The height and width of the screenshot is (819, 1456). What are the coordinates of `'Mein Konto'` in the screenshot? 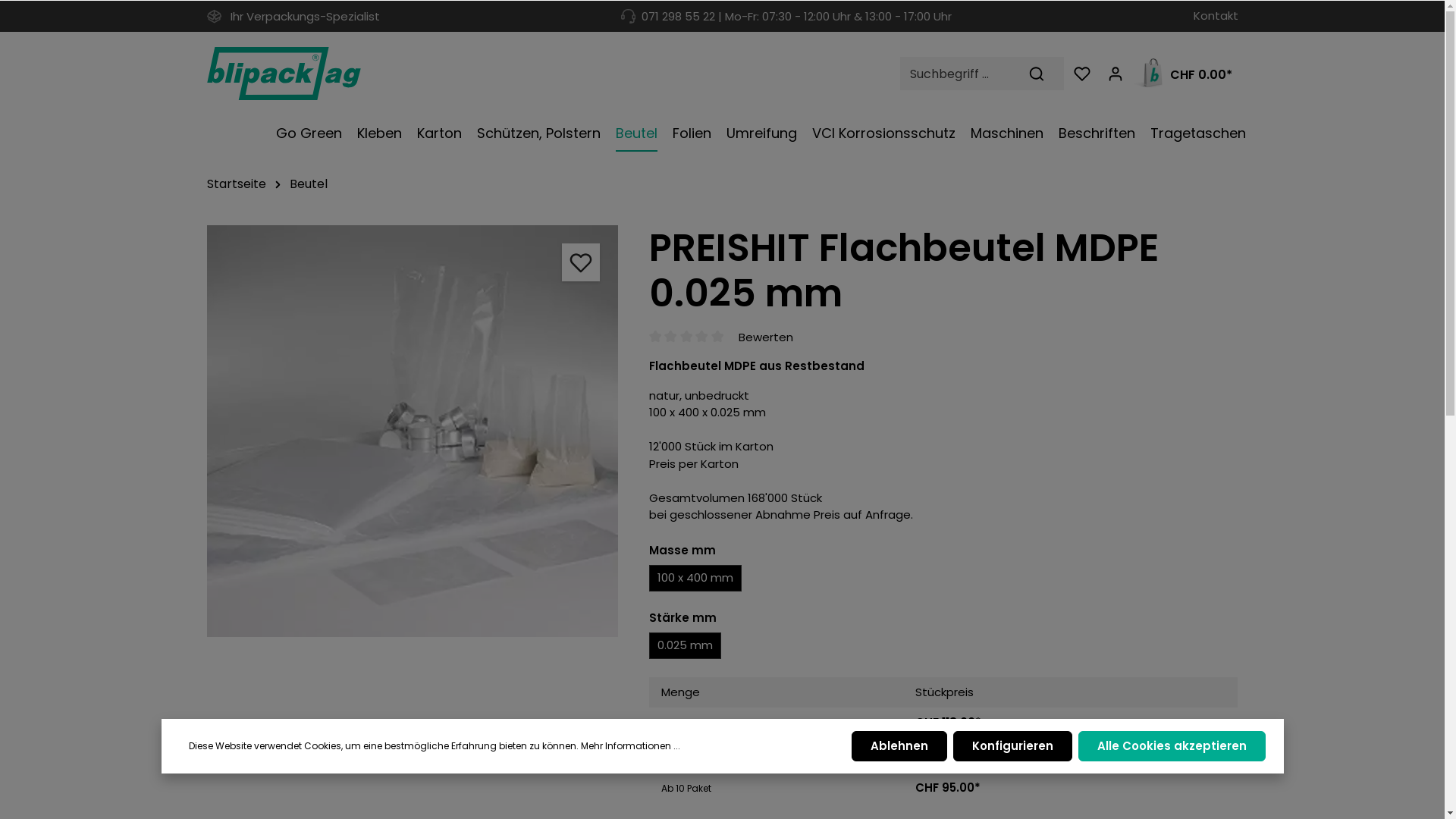 It's located at (1114, 73).